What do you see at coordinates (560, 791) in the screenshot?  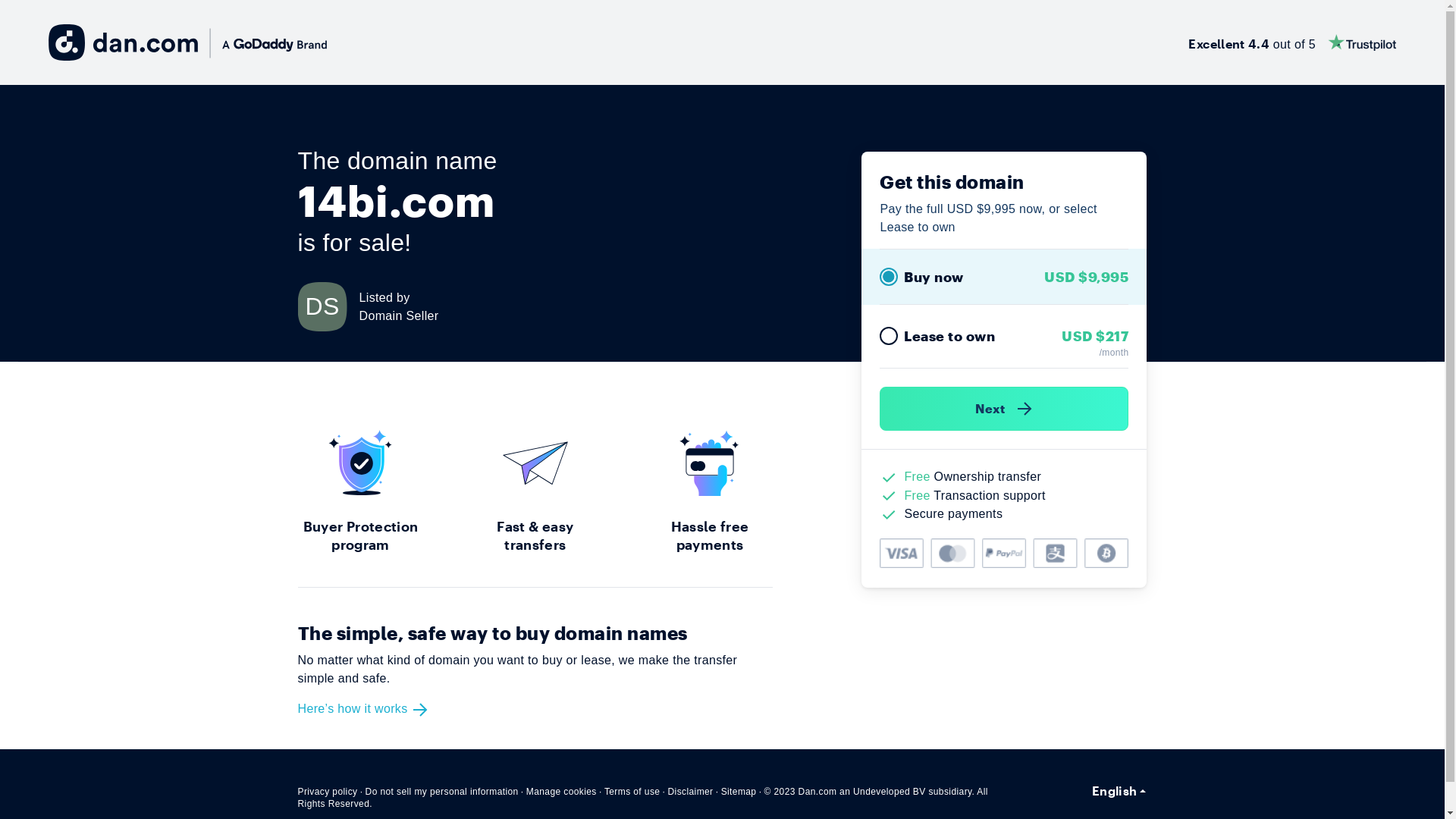 I see `'Manage cookies'` at bounding box center [560, 791].